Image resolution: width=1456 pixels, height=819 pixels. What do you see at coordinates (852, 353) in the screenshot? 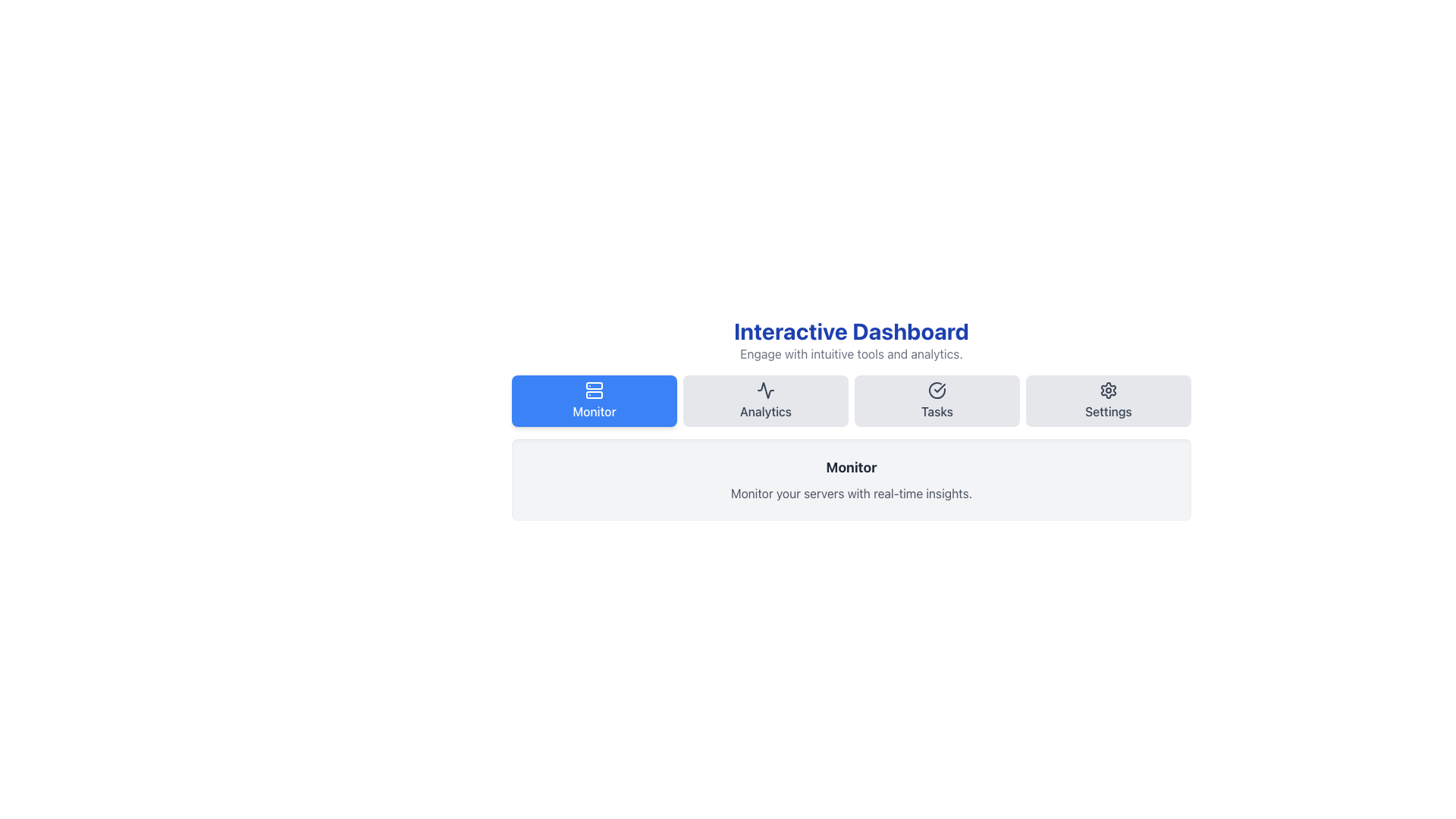
I see `the static text element that says 'Engage with intuitive tools and analytics.' which is located directly below the 'Interactive Dashboard' heading` at bounding box center [852, 353].